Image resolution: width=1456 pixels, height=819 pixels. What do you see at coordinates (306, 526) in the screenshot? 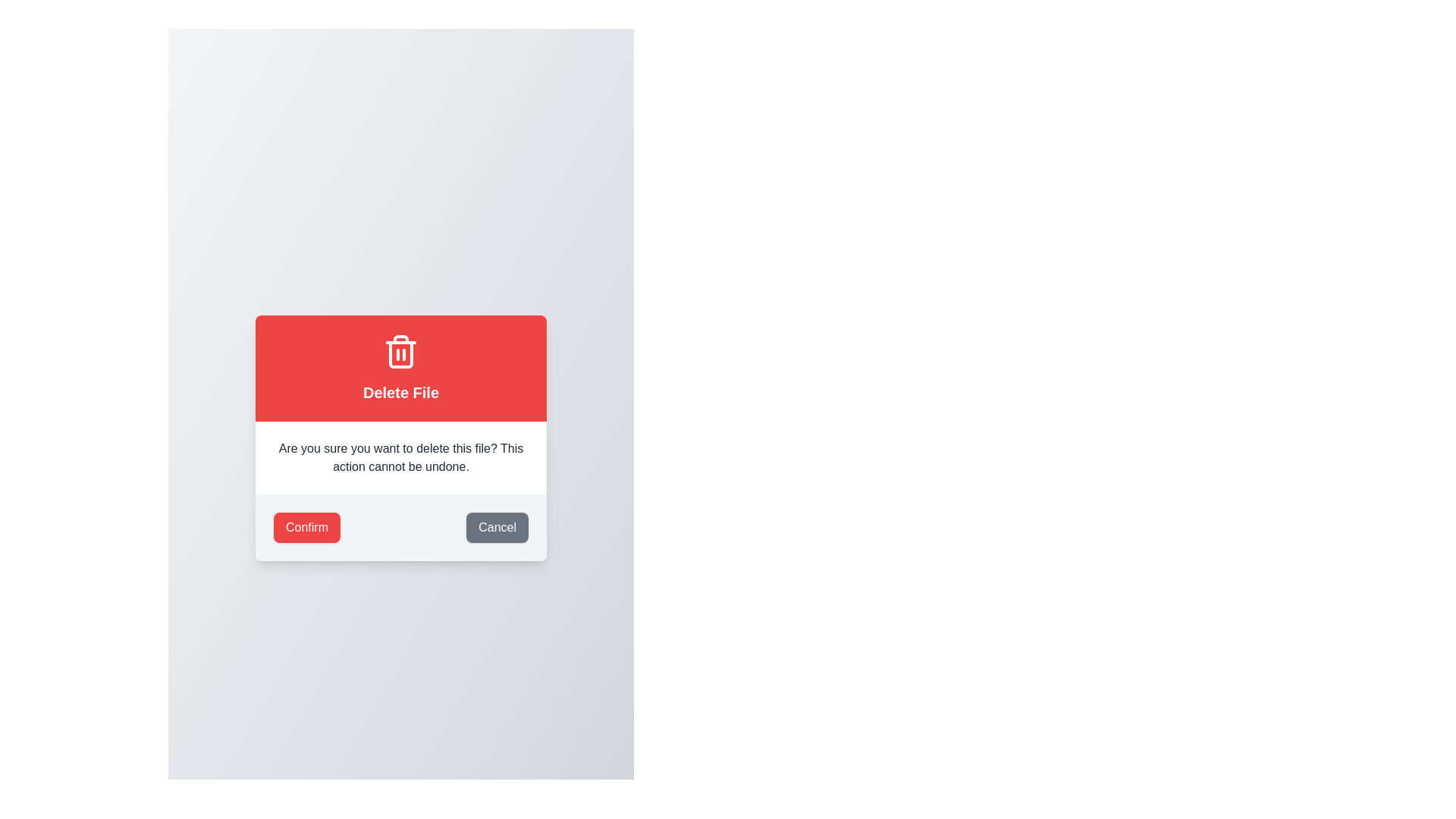
I see `the 'Confirm' button, which has a red background and white text, located at the bottom left of the confirmation dialog box` at bounding box center [306, 526].